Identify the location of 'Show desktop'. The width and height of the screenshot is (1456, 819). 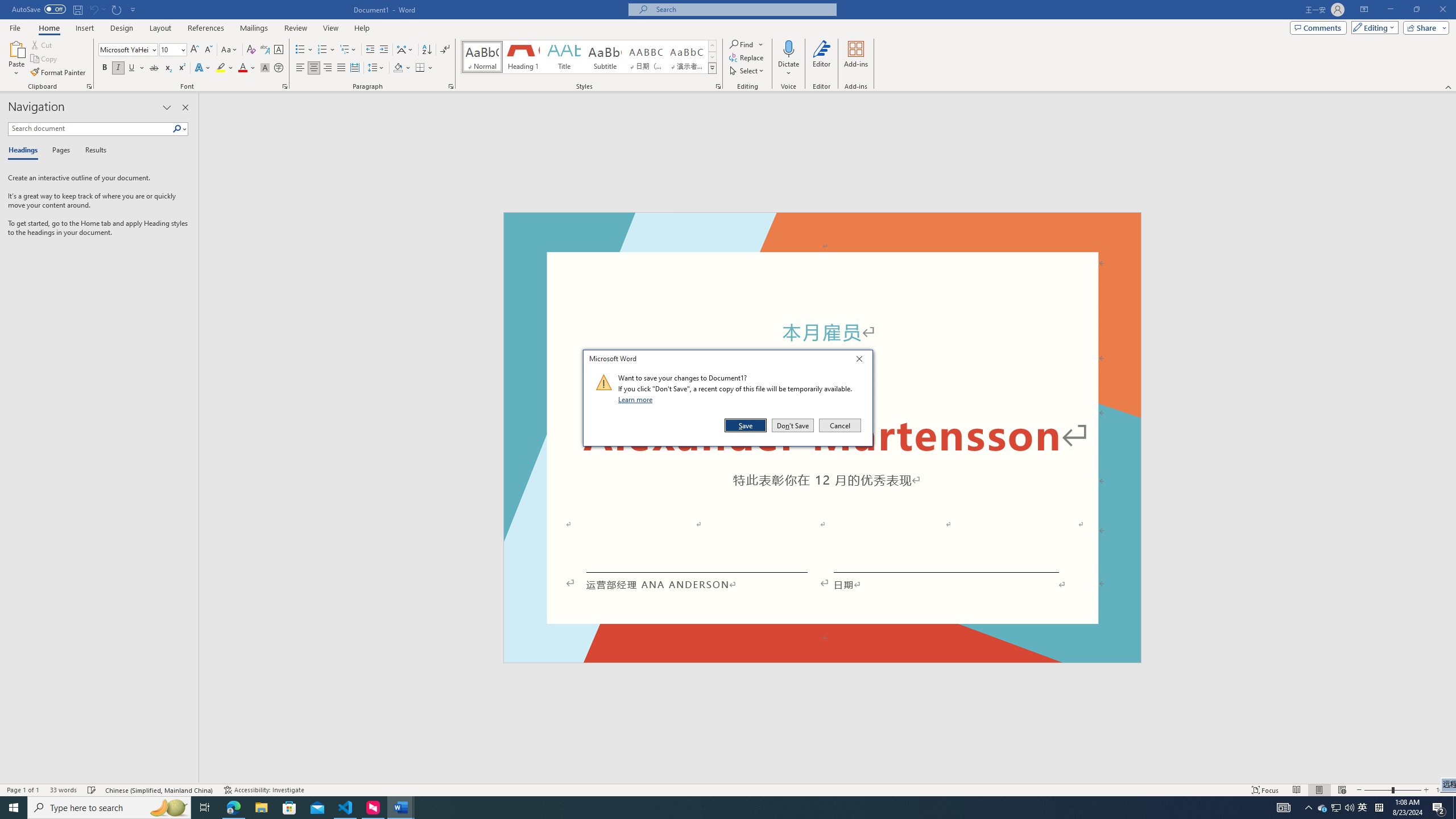
(1454, 806).